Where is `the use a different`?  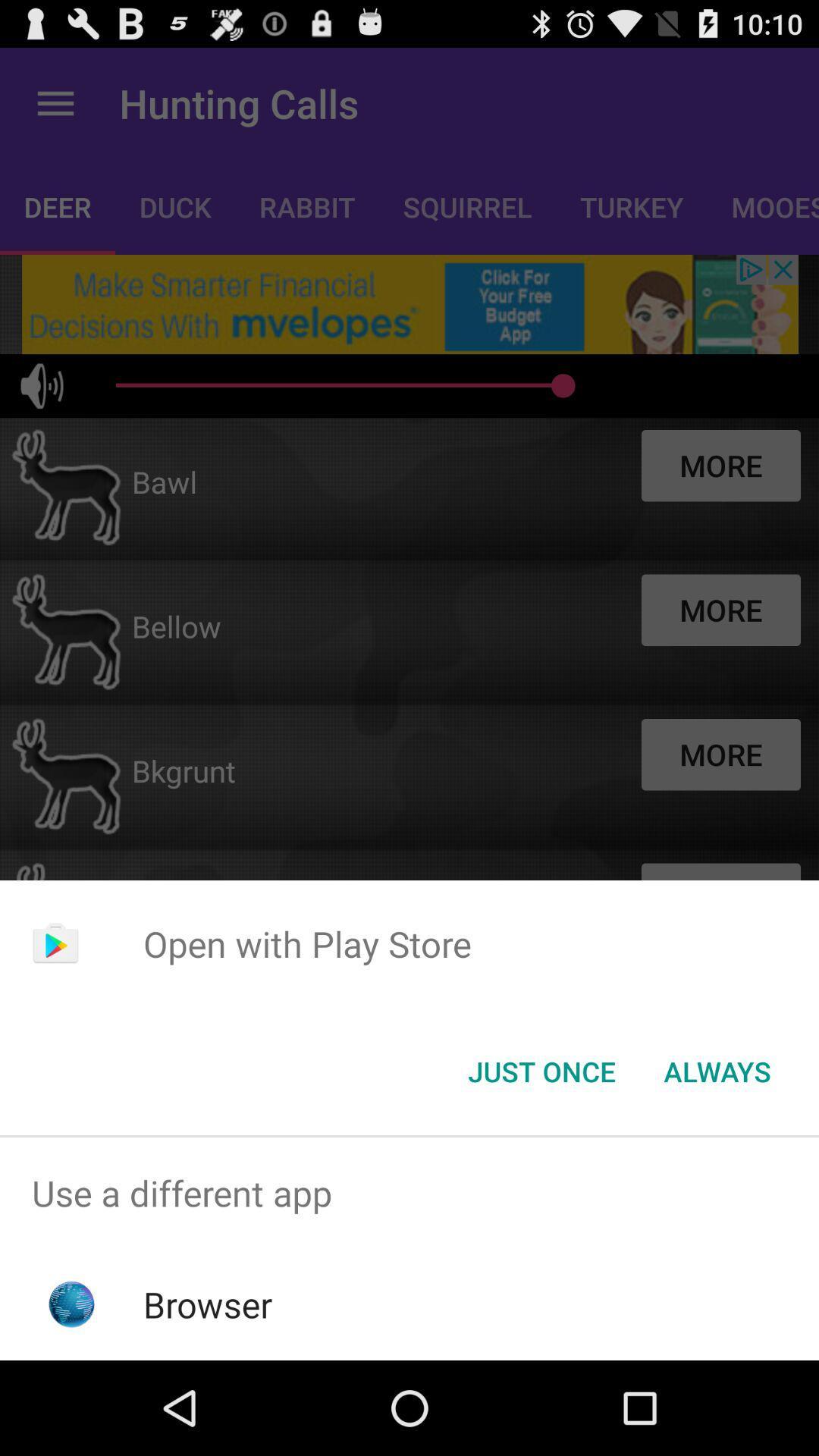
the use a different is located at coordinates (409, 1192).